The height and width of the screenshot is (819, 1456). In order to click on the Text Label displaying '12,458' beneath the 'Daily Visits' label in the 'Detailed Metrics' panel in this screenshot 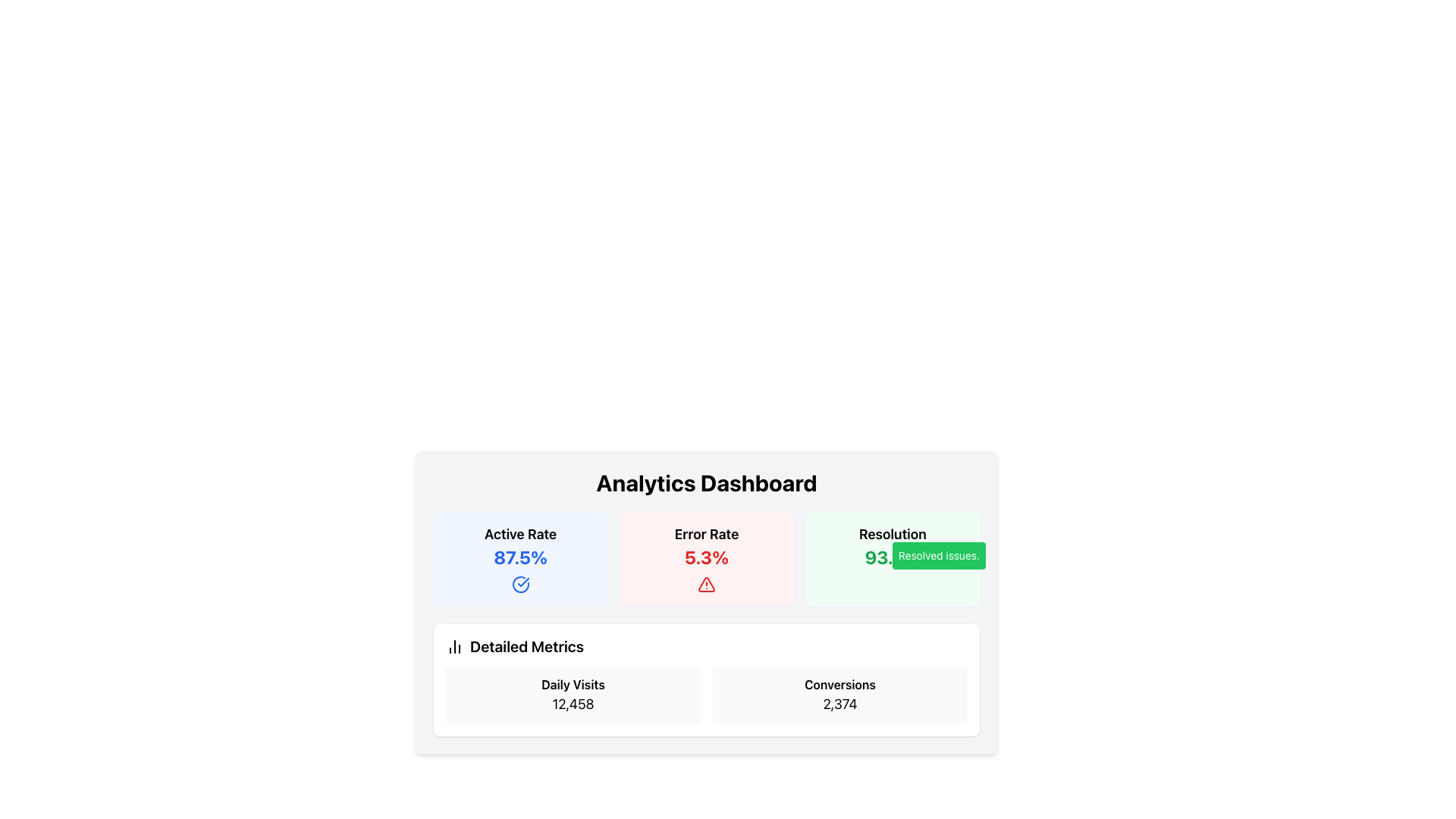, I will do `click(572, 704)`.